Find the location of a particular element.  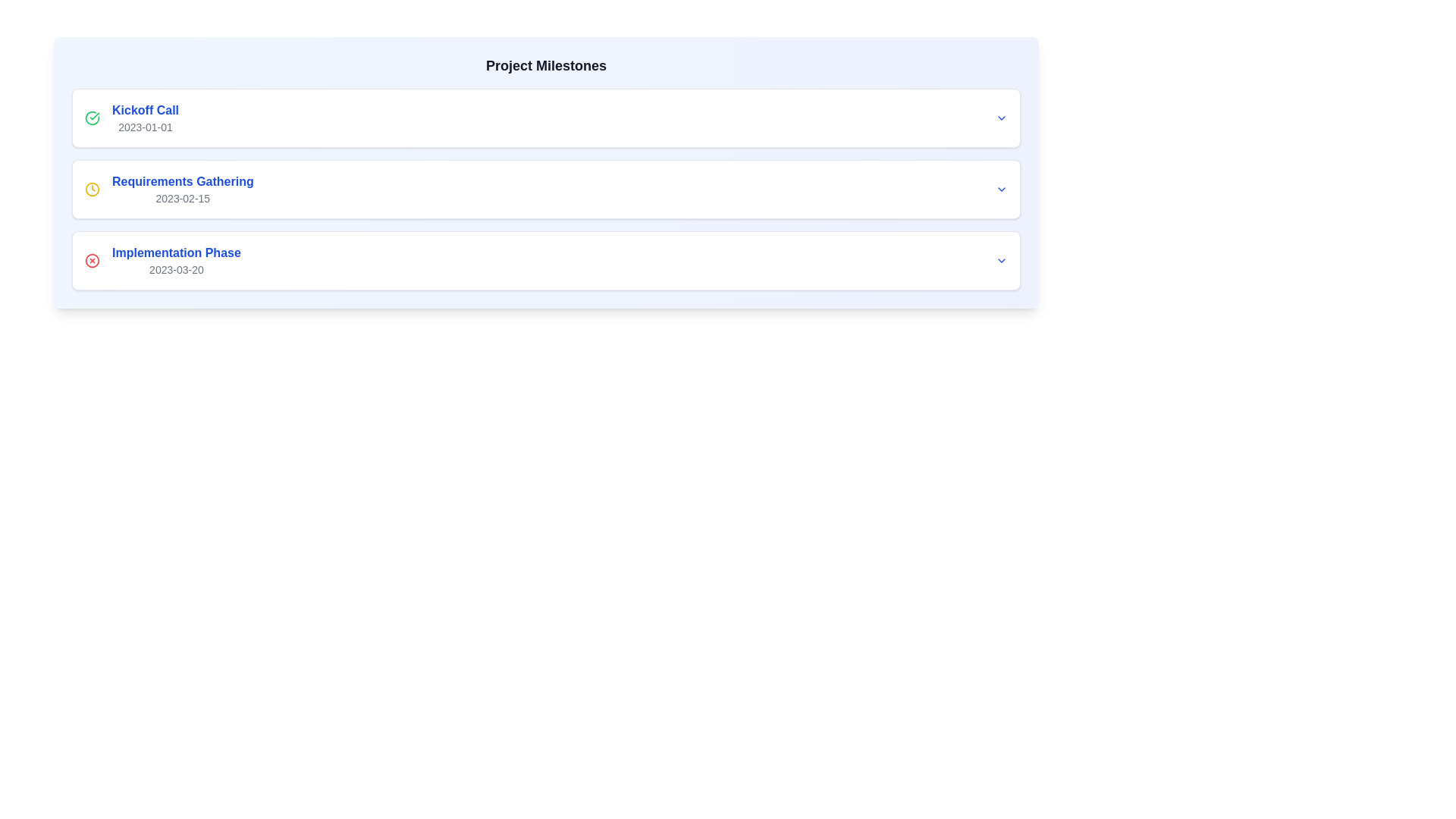

bold text label 'Implementation Phase' styled in blue, positioned as the title of the third milestone item in the project milestones list is located at coordinates (176, 253).